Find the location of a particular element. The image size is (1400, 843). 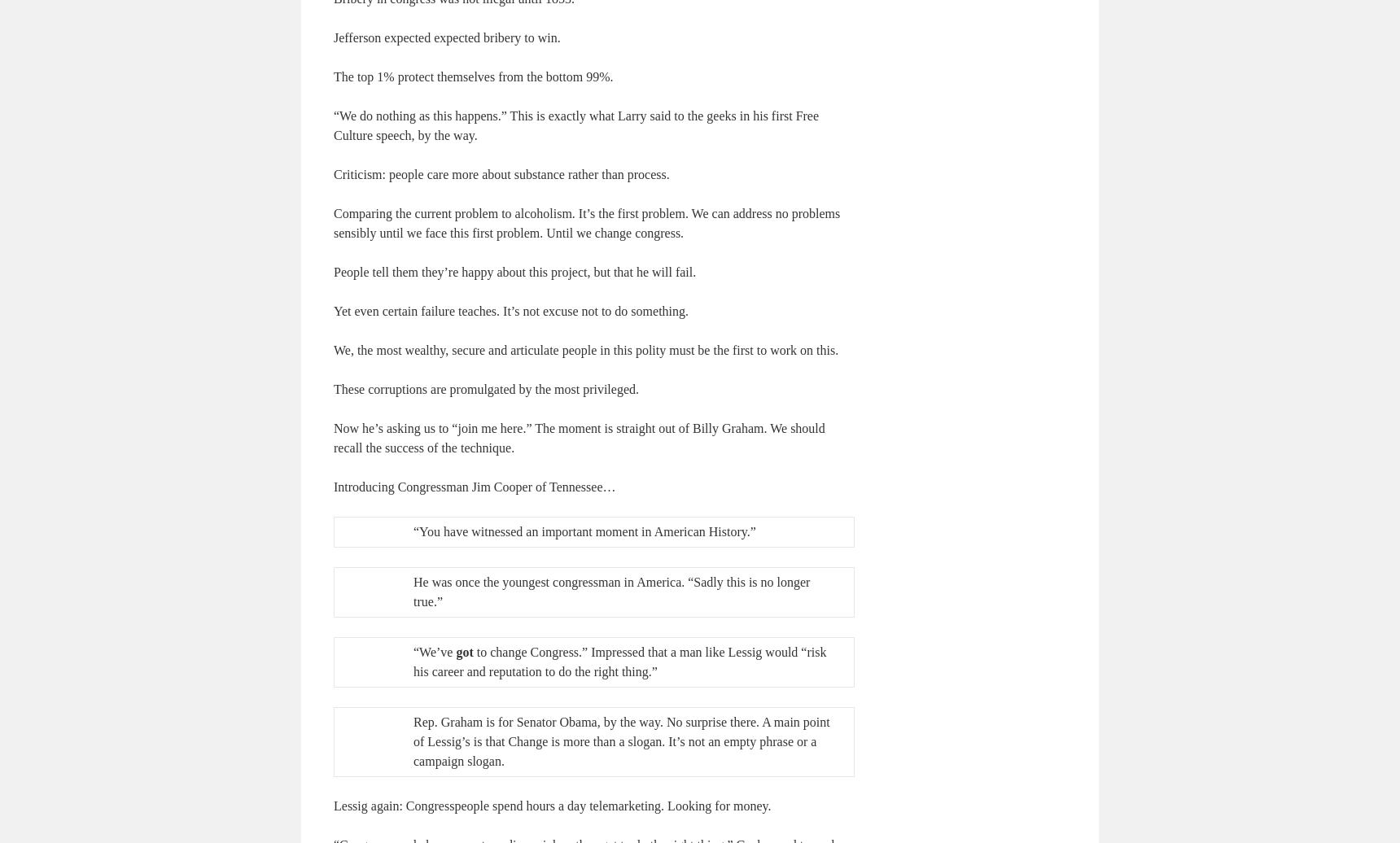

'People tell them they’re happy about this project, but that he will fail.' is located at coordinates (514, 271).